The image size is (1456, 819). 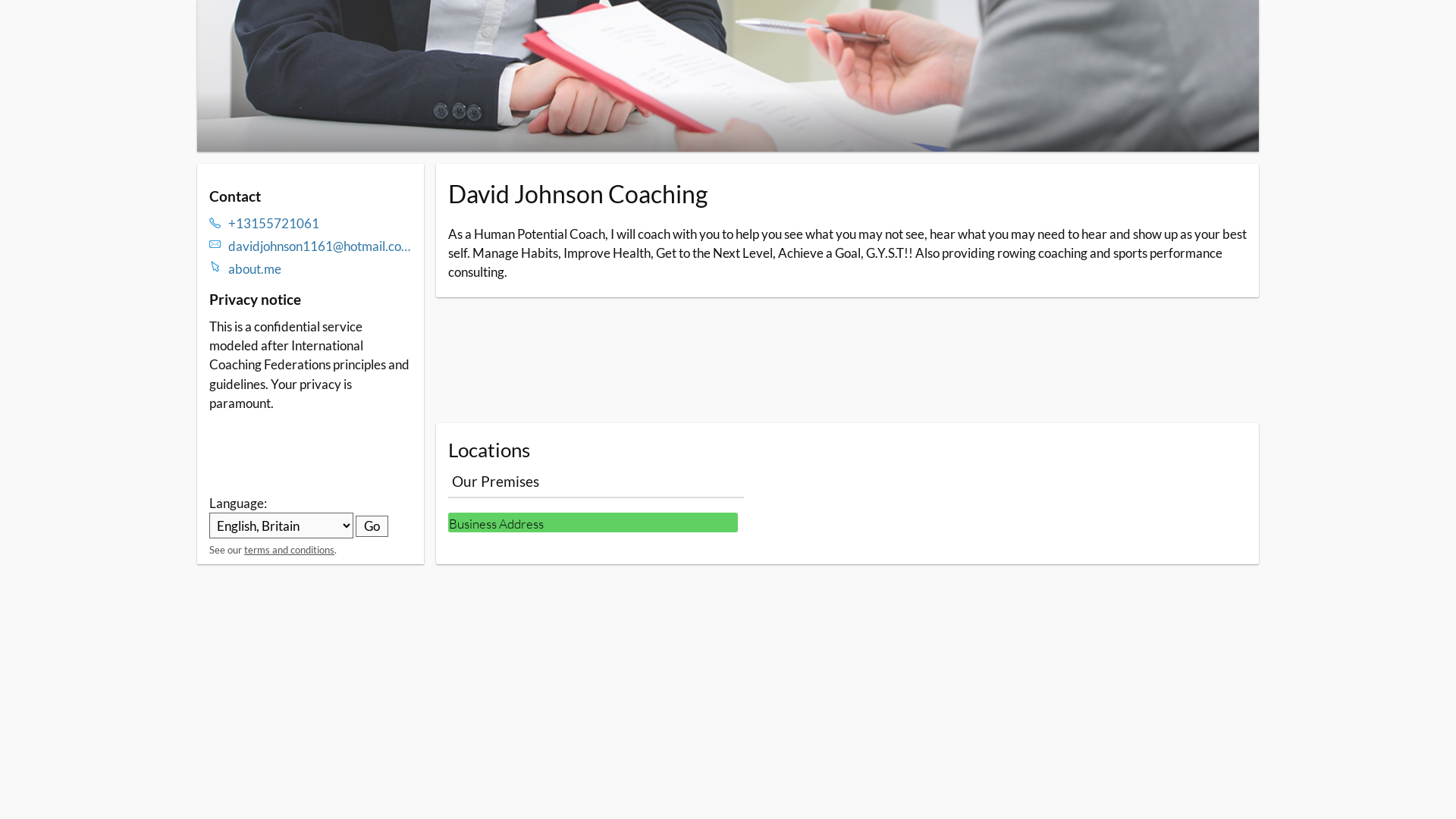 What do you see at coordinates (289, 550) in the screenshot?
I see `'terms and conditions'` at bounding box center [289, 550].